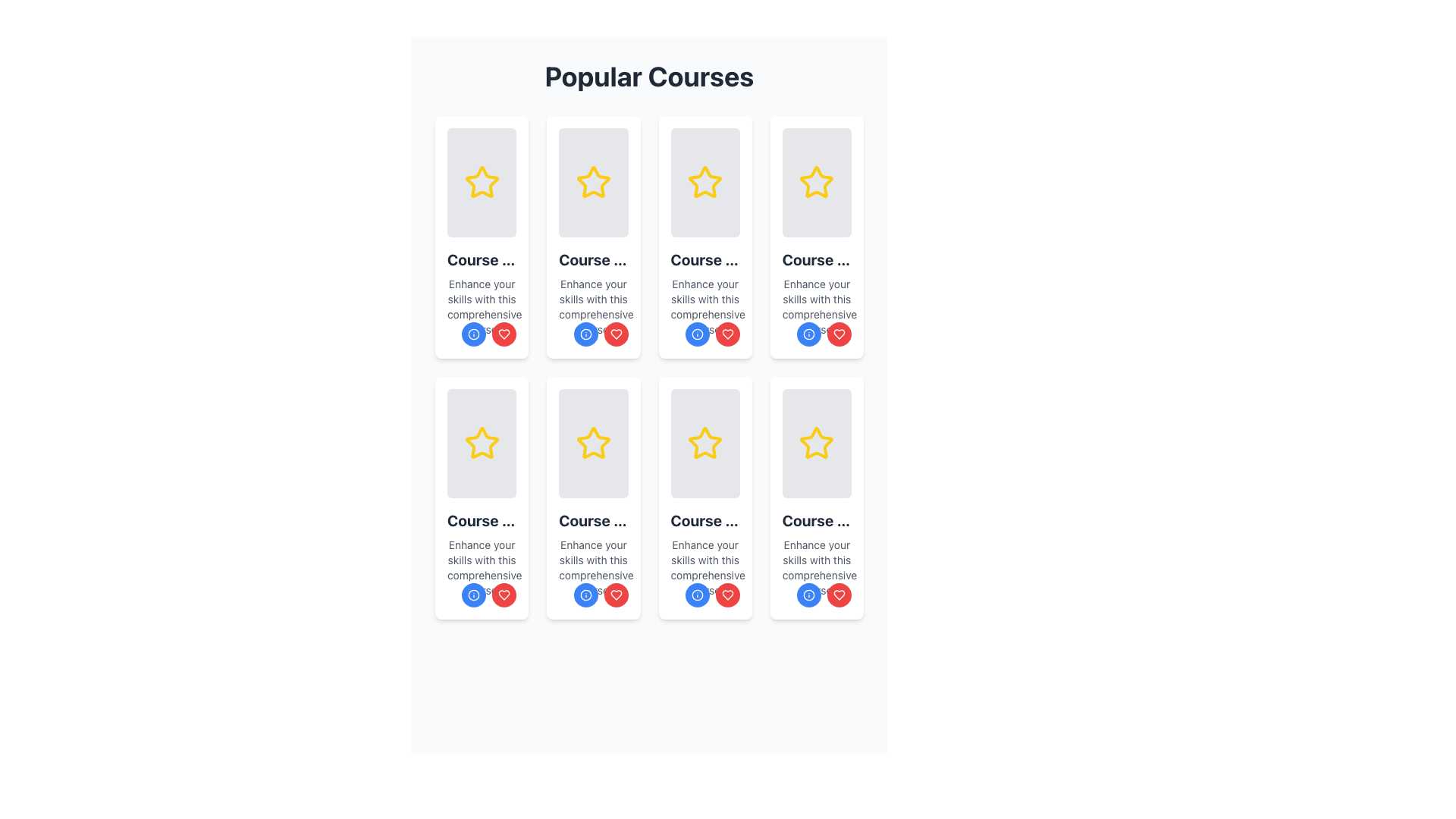 This screenshot has width=1456, height=819. I want to click on the third card in the top row of the grid layout under the heading 'Popular Courses' which represents a course offering, so click(704, 237).